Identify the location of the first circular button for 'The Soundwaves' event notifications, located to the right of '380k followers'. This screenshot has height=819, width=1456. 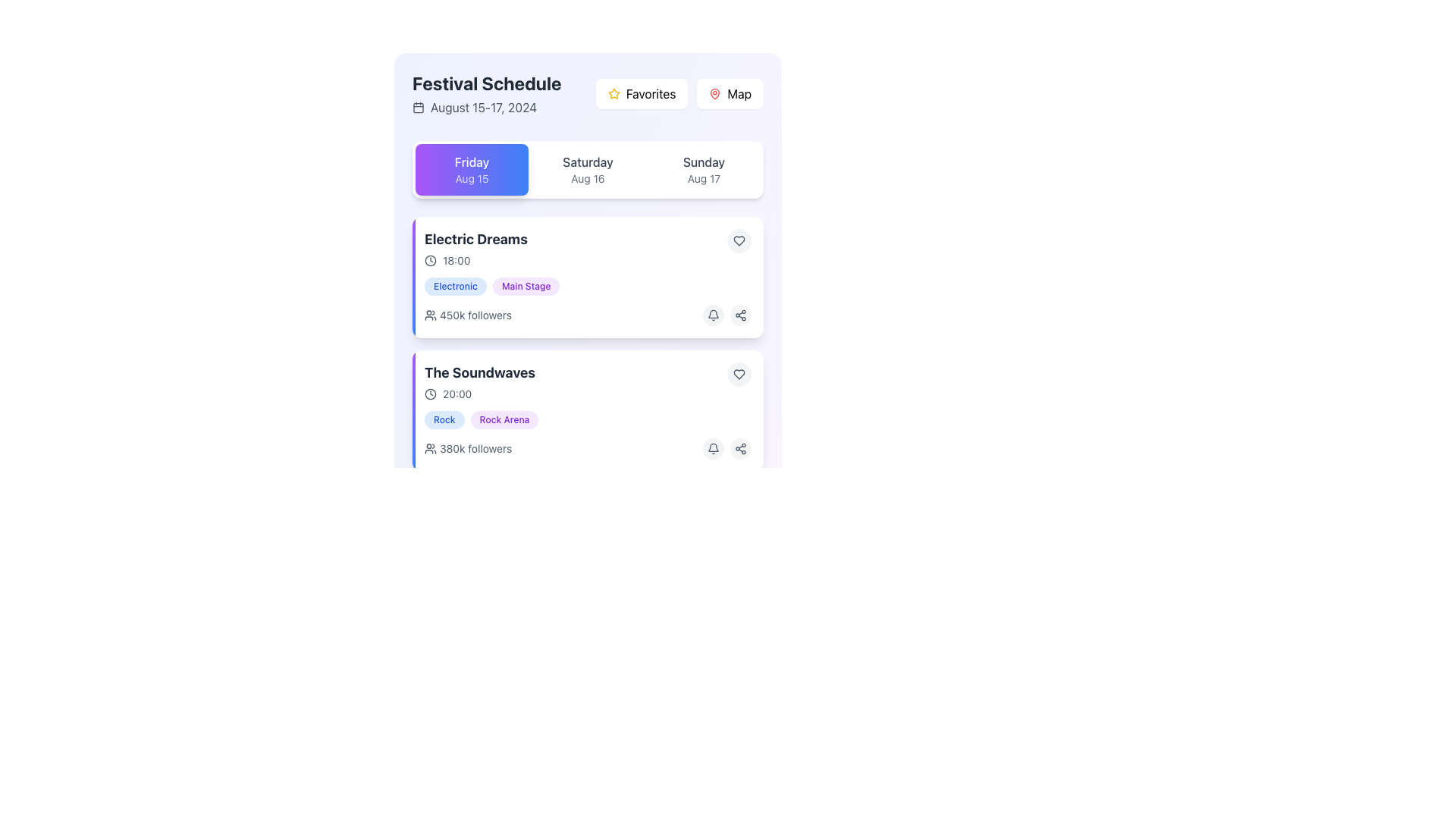
(712, 581).